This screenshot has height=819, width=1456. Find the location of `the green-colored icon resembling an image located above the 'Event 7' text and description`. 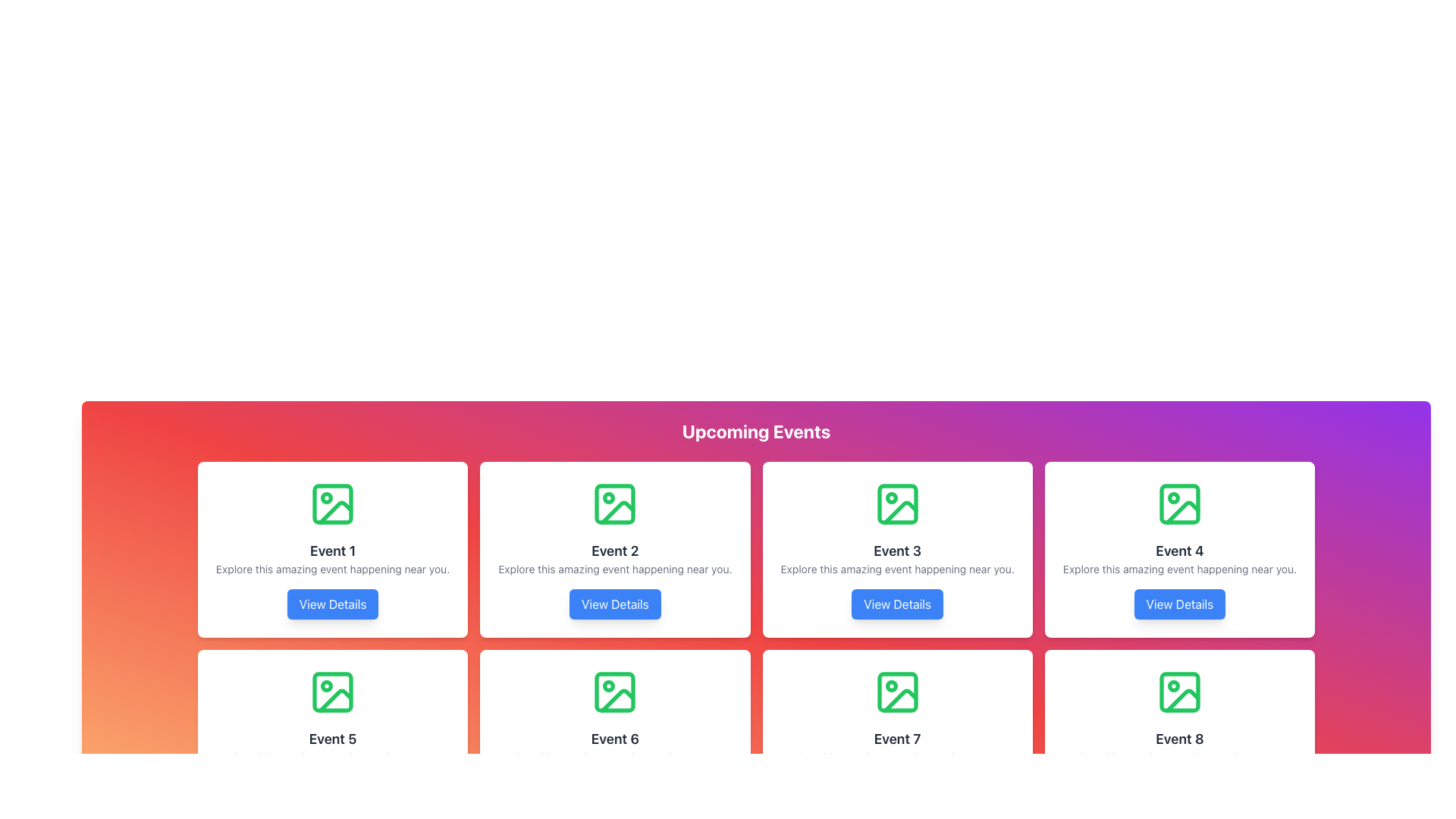

the green-colored icon resembling an image located above the 'Event 7' text and description is located at coordinates (897, 692).